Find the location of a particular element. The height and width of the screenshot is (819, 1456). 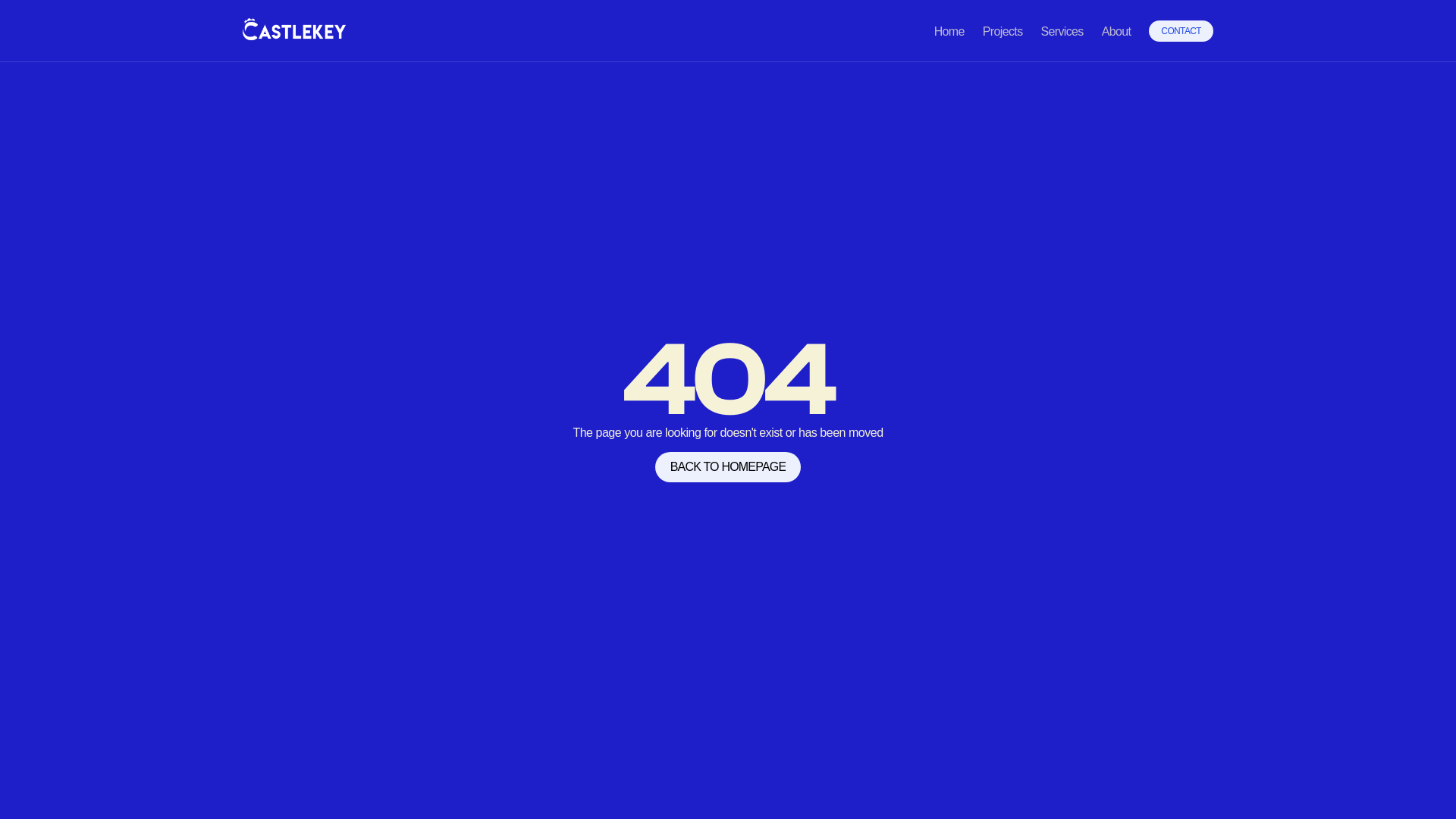

'Services' is located at coordinates (1061, 31).